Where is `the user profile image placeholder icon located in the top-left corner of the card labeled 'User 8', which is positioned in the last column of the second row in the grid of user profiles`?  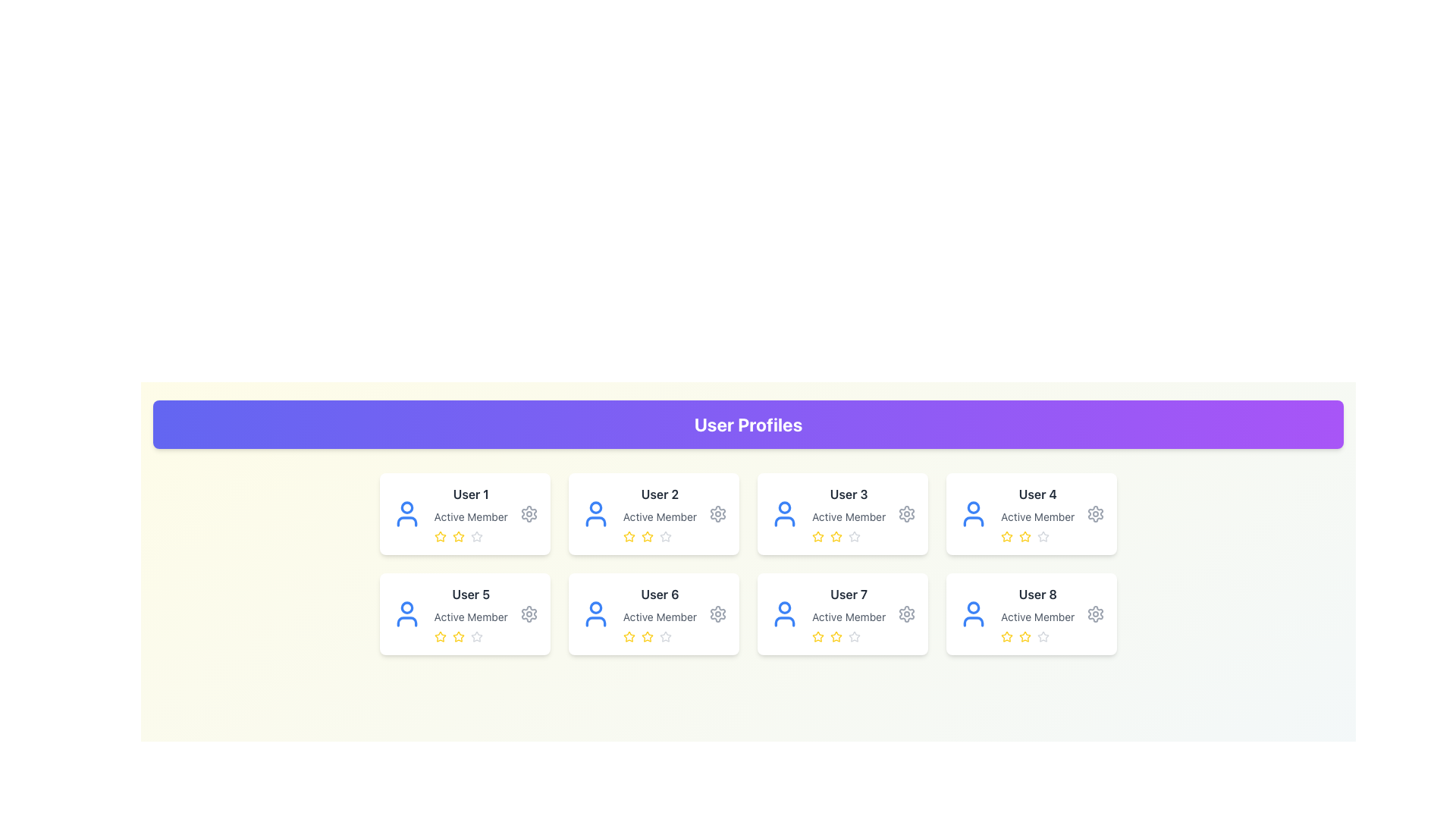
the user profile image placeholder icon located in the top-left corner of the card labeled 'User 8', which is positioned in the last column of the second row in the grid of user profiles is located at coordinates (974, 614).